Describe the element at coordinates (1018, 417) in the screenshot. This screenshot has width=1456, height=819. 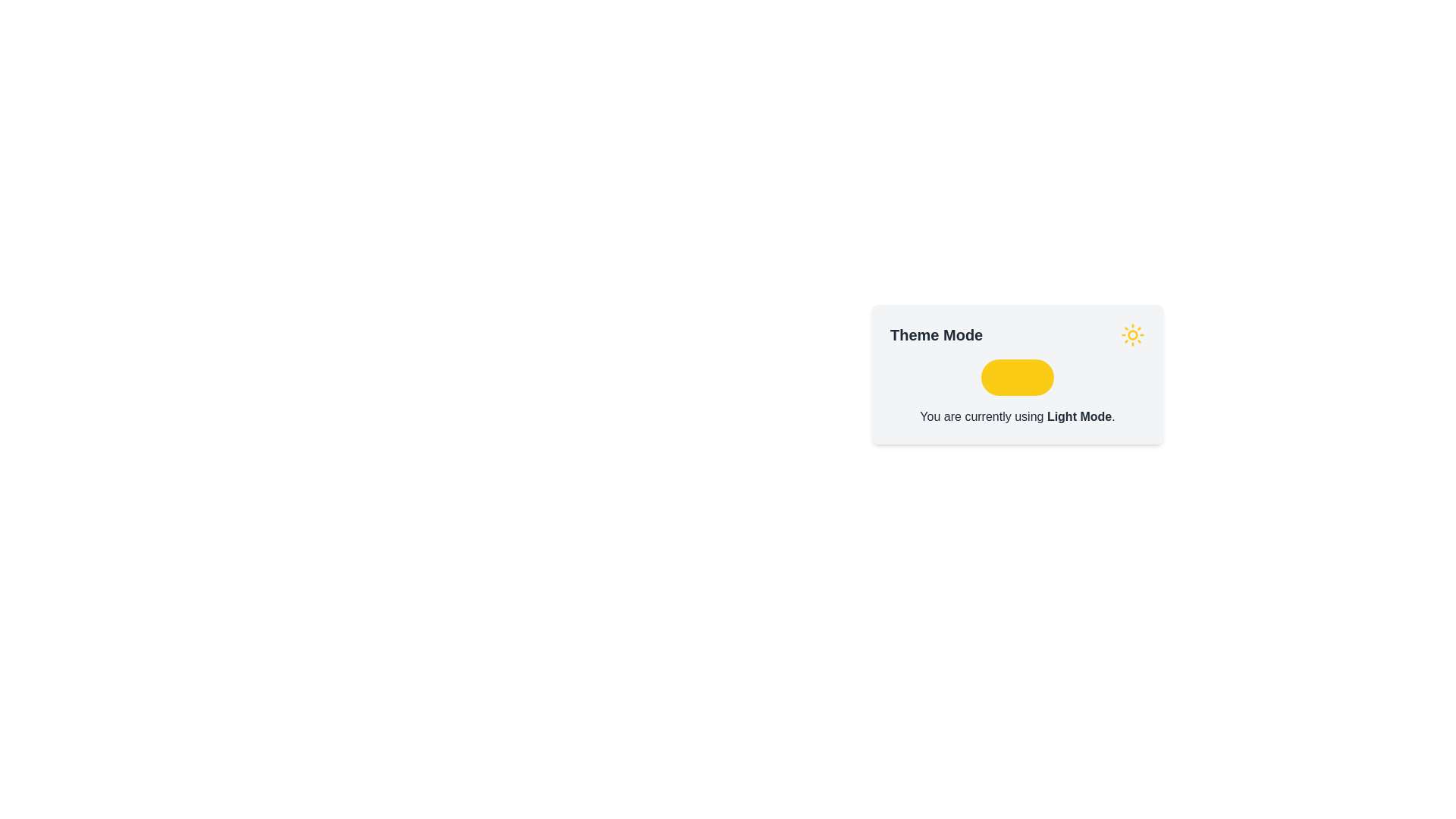
I see `text displayed in the text block stating 'You are currently using Light Mode.' positioned below the theme selection toggle switch` at that location.